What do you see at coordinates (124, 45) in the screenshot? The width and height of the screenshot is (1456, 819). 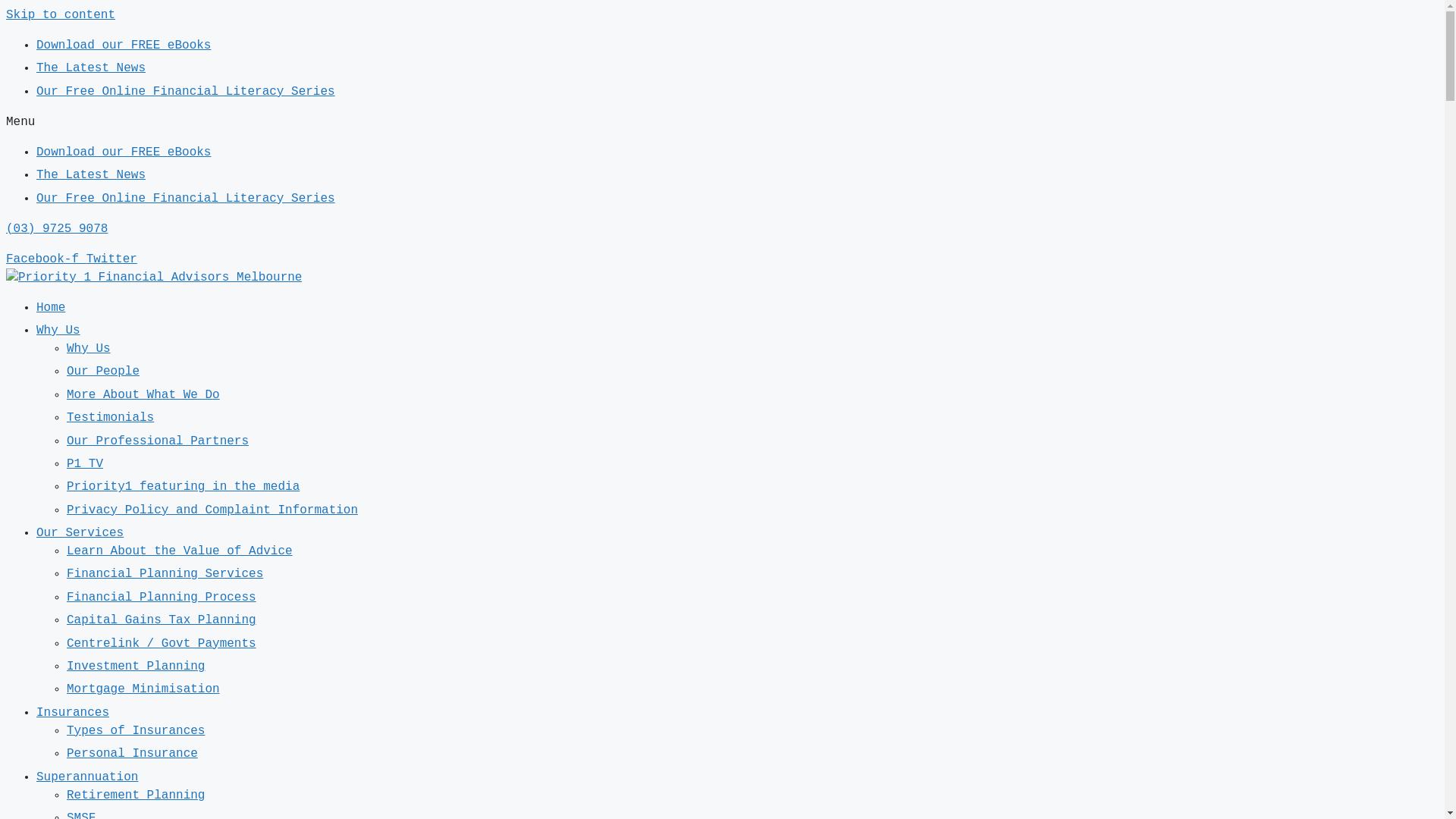 I see `'Download our FREE eBooks'` at bounding box center [124, 45].